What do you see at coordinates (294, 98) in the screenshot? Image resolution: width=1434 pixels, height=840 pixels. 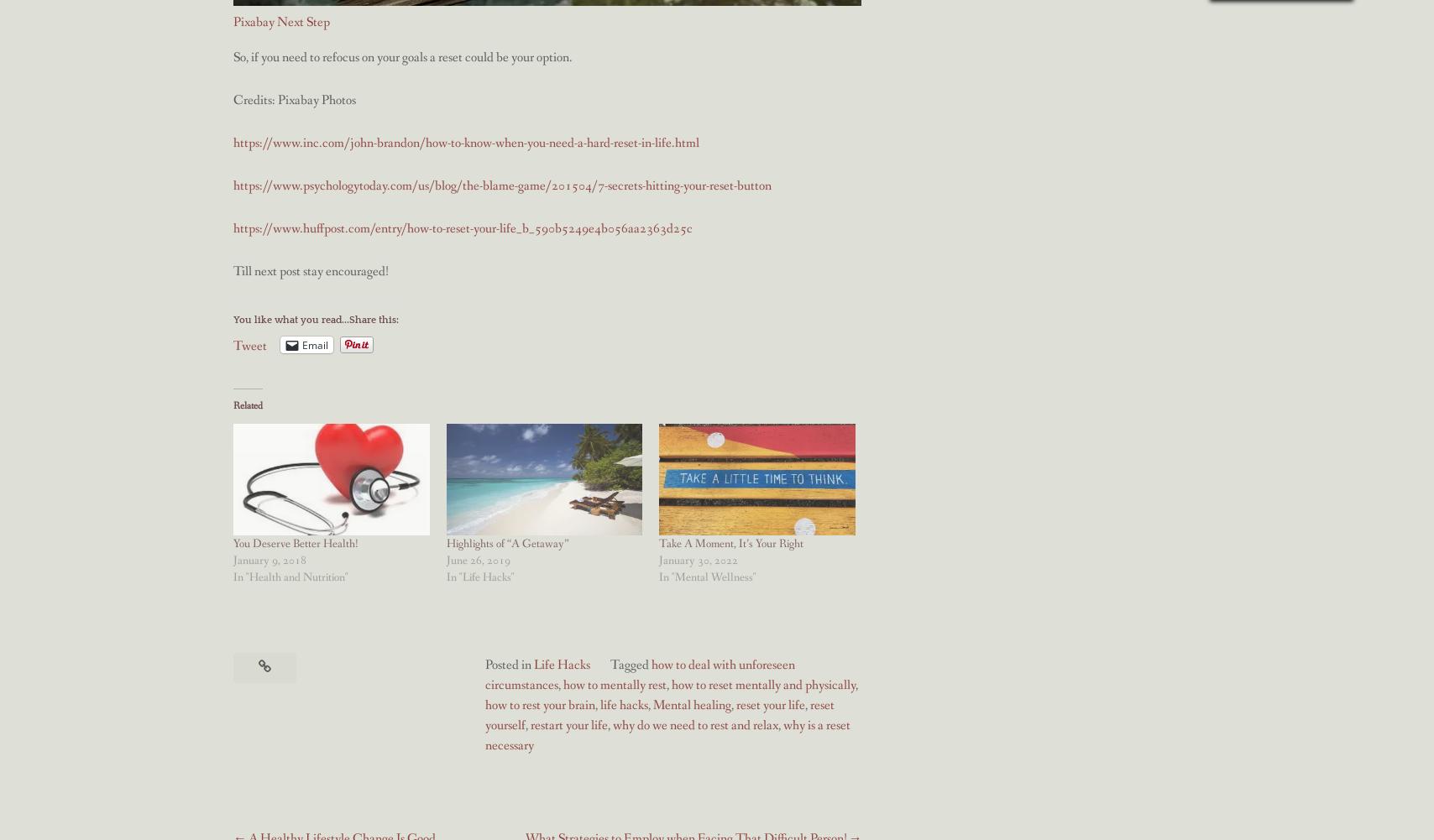 I see `'Credits: Pixabay Photos'` at bounding box center [294, 98].